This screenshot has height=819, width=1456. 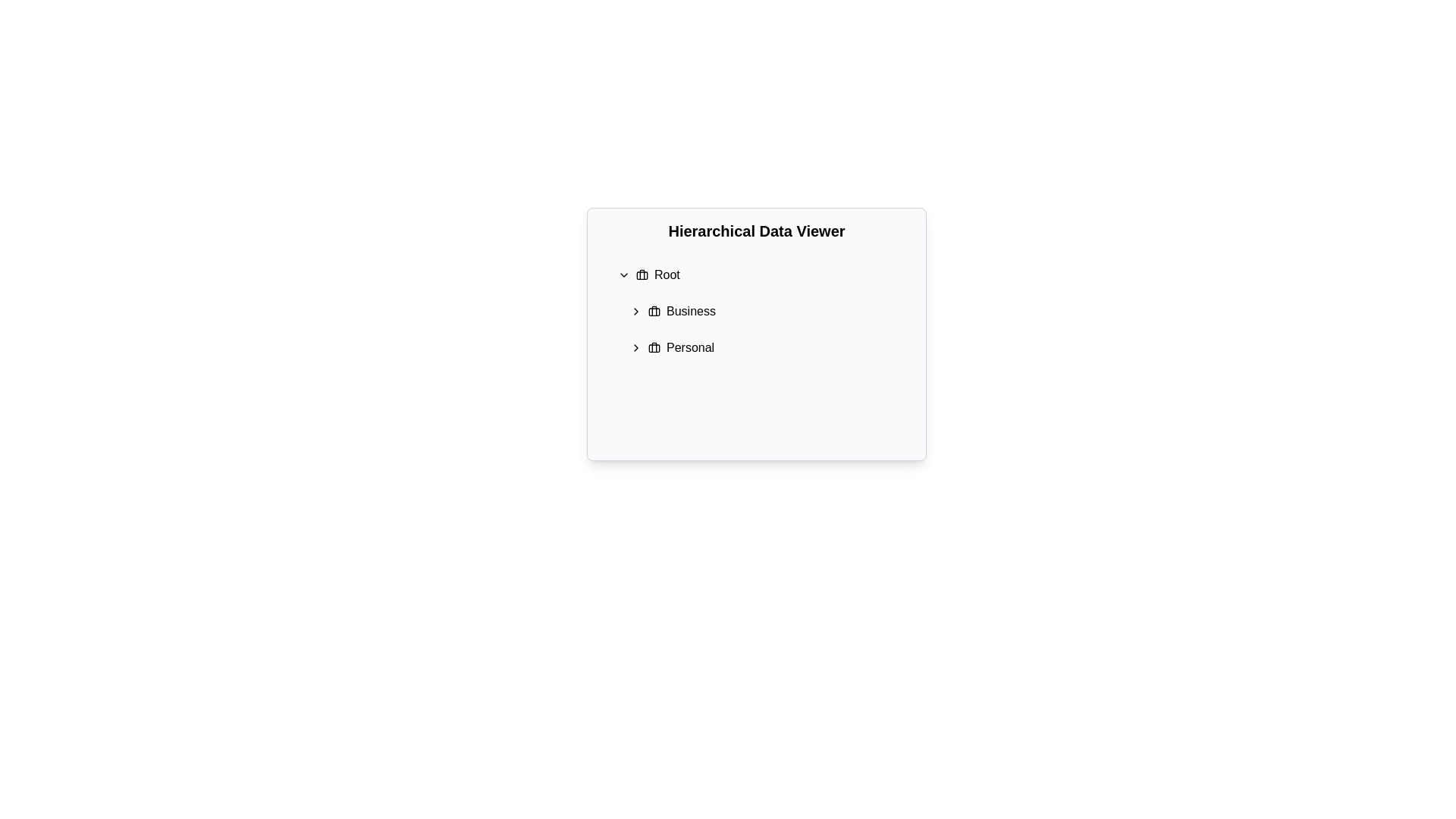 I want to click on the vertical line representing the handle of the briefcase icon, which is aligned with the 'Business' label in the hierarchical list, so click(x=654, y=309).